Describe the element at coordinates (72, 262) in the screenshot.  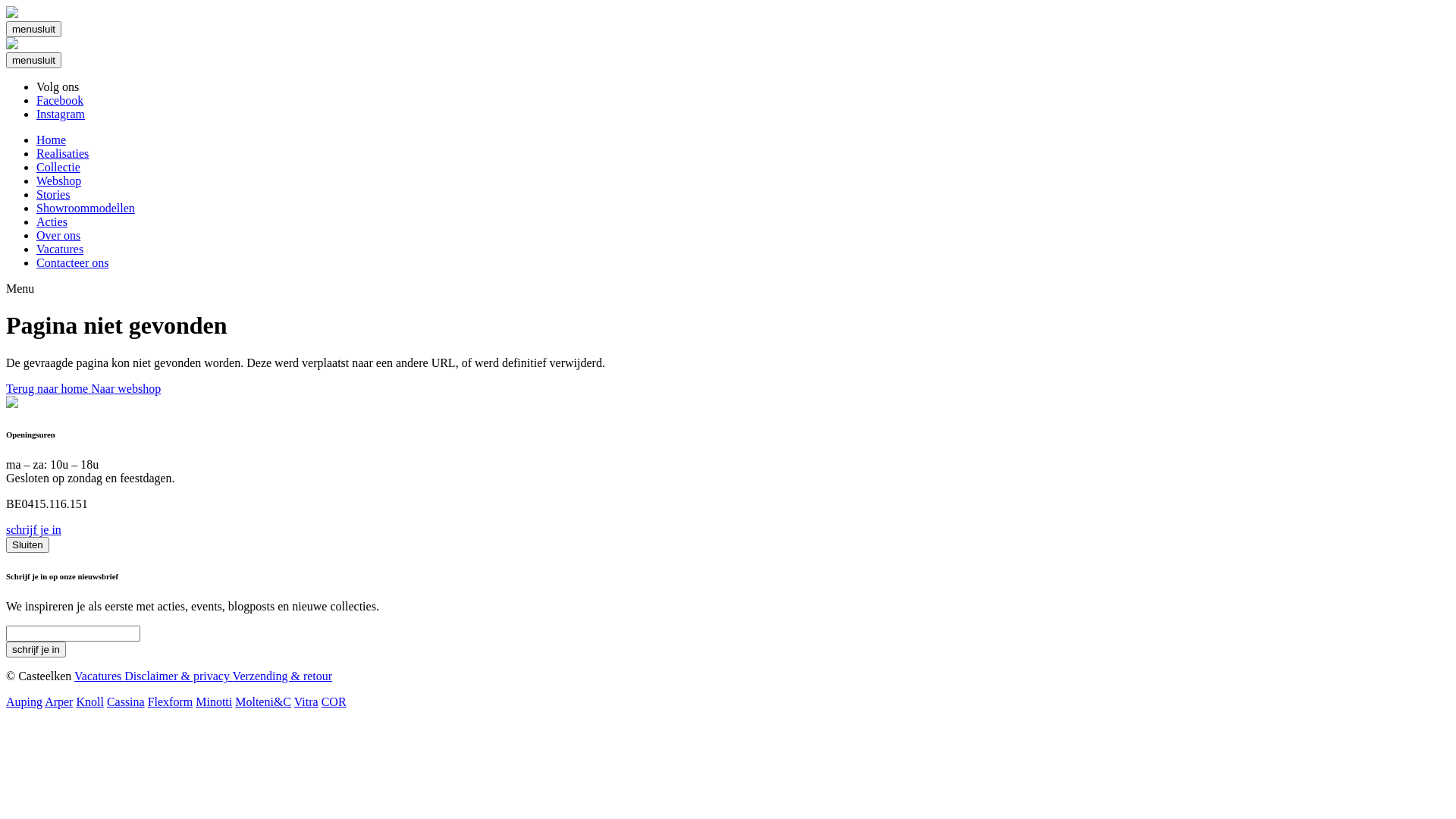
I see `'Contacteer ons'` at that location.